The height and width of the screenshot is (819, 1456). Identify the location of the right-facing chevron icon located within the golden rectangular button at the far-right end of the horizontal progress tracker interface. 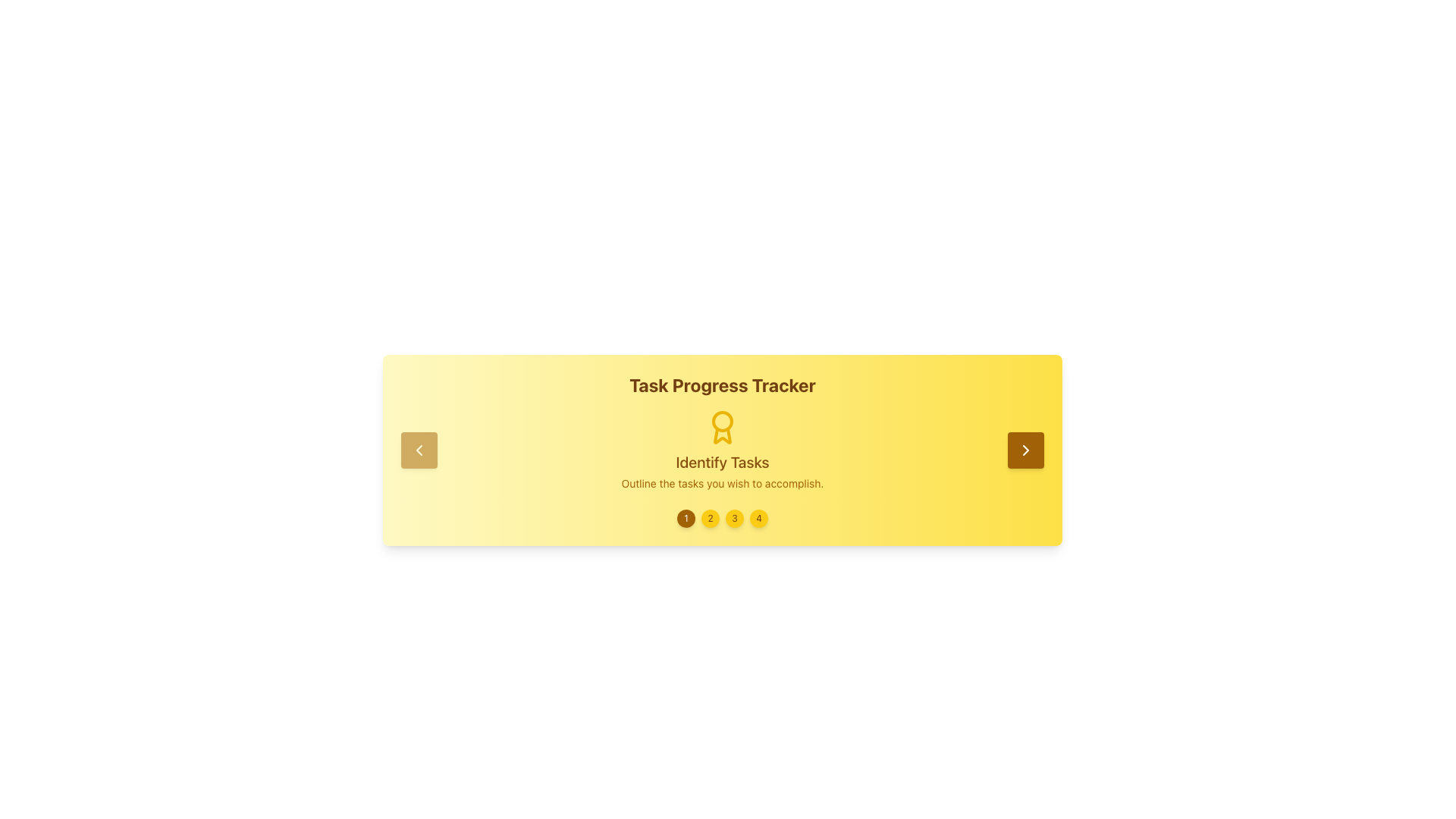
(1026, 450).